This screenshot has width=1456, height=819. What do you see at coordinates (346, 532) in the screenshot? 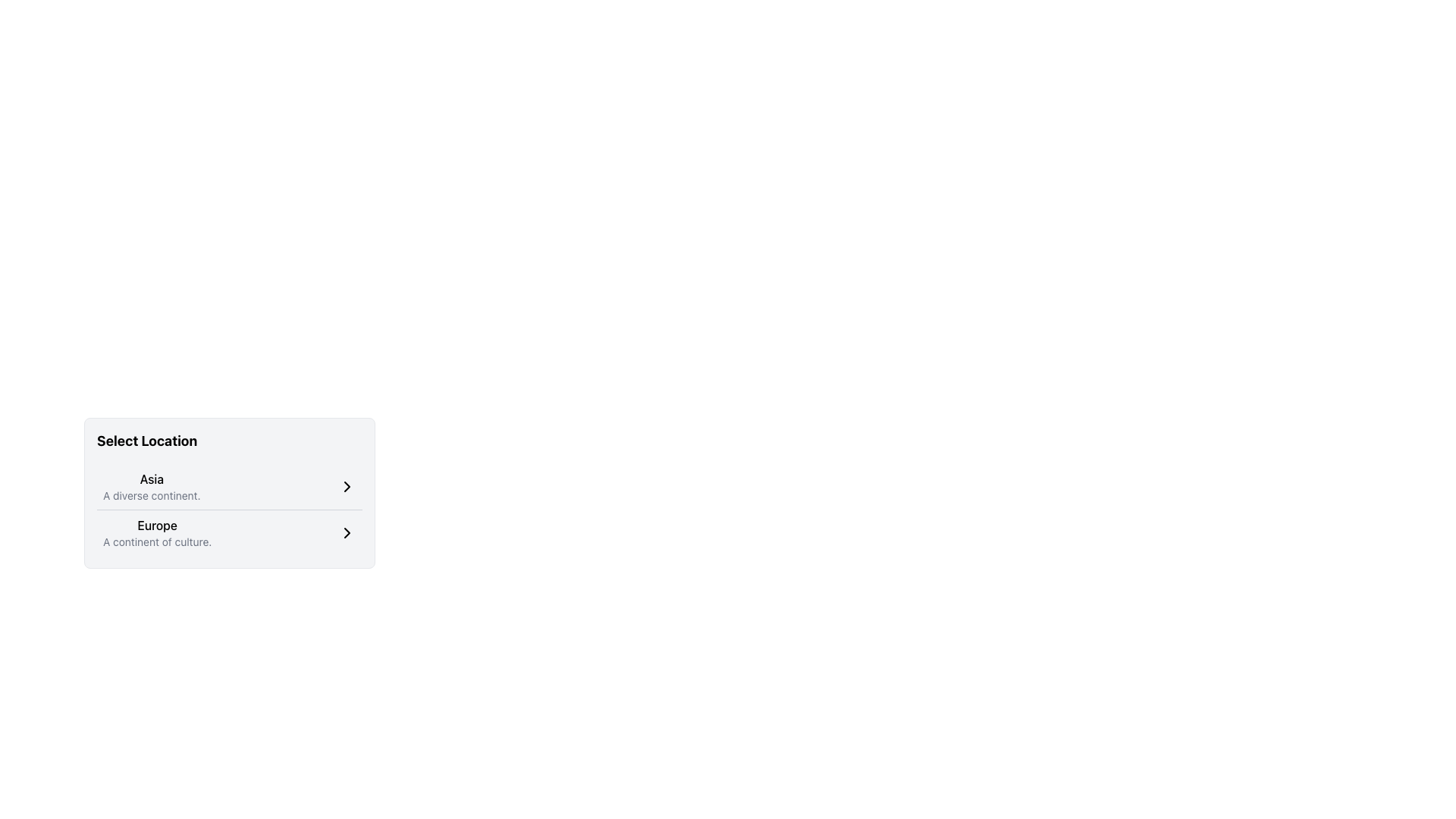
I see `the chevron icon located at the far-right side of the 'Europe' list item, which indicates an interactive action related to the 'Europe' item` at bounding box center [346, 532].